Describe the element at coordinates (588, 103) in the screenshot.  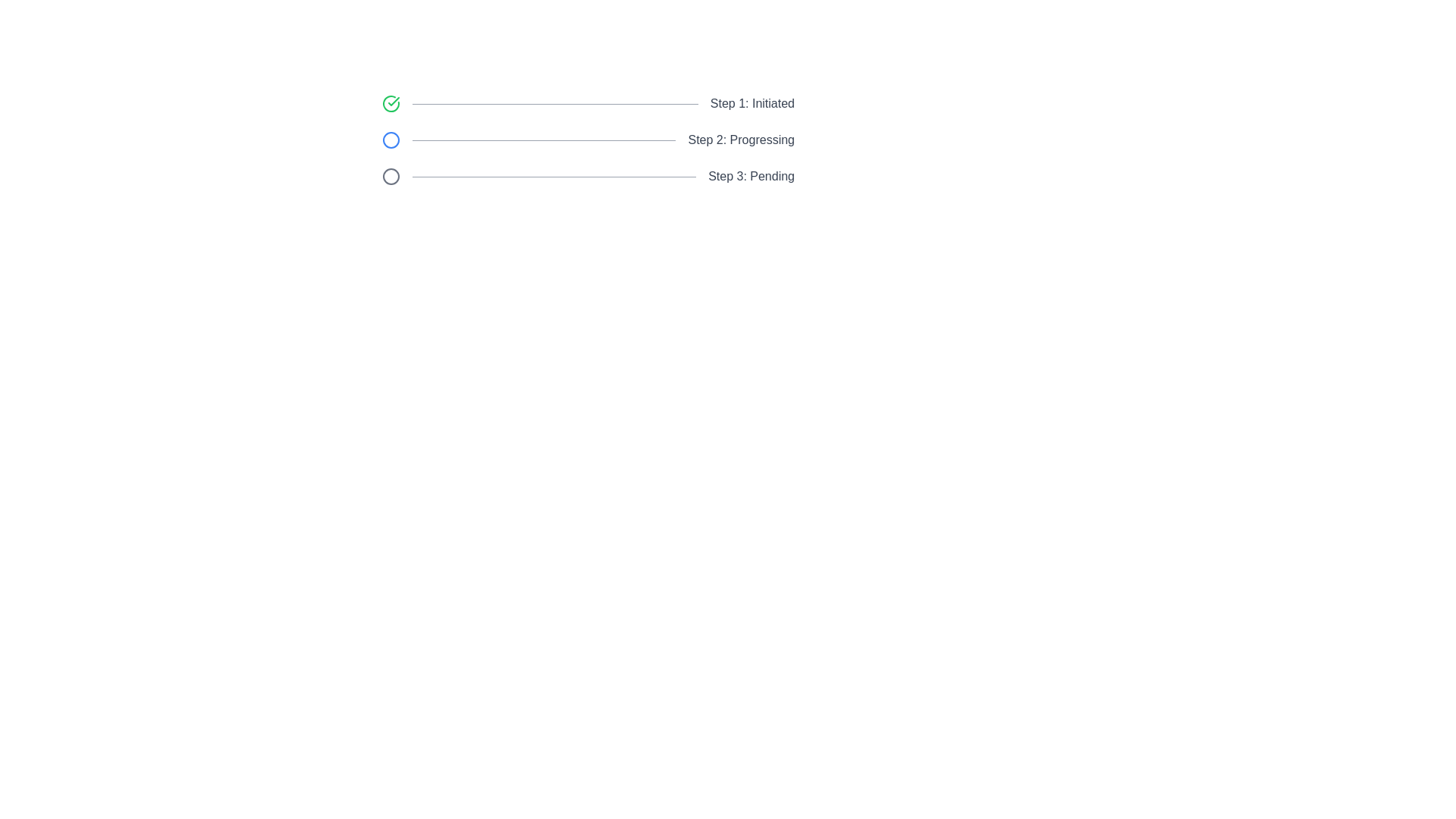
I see `status label of the first step indicator, which shows 'Initiated' with a green check mark, located at the top of the step sequence` at that location.